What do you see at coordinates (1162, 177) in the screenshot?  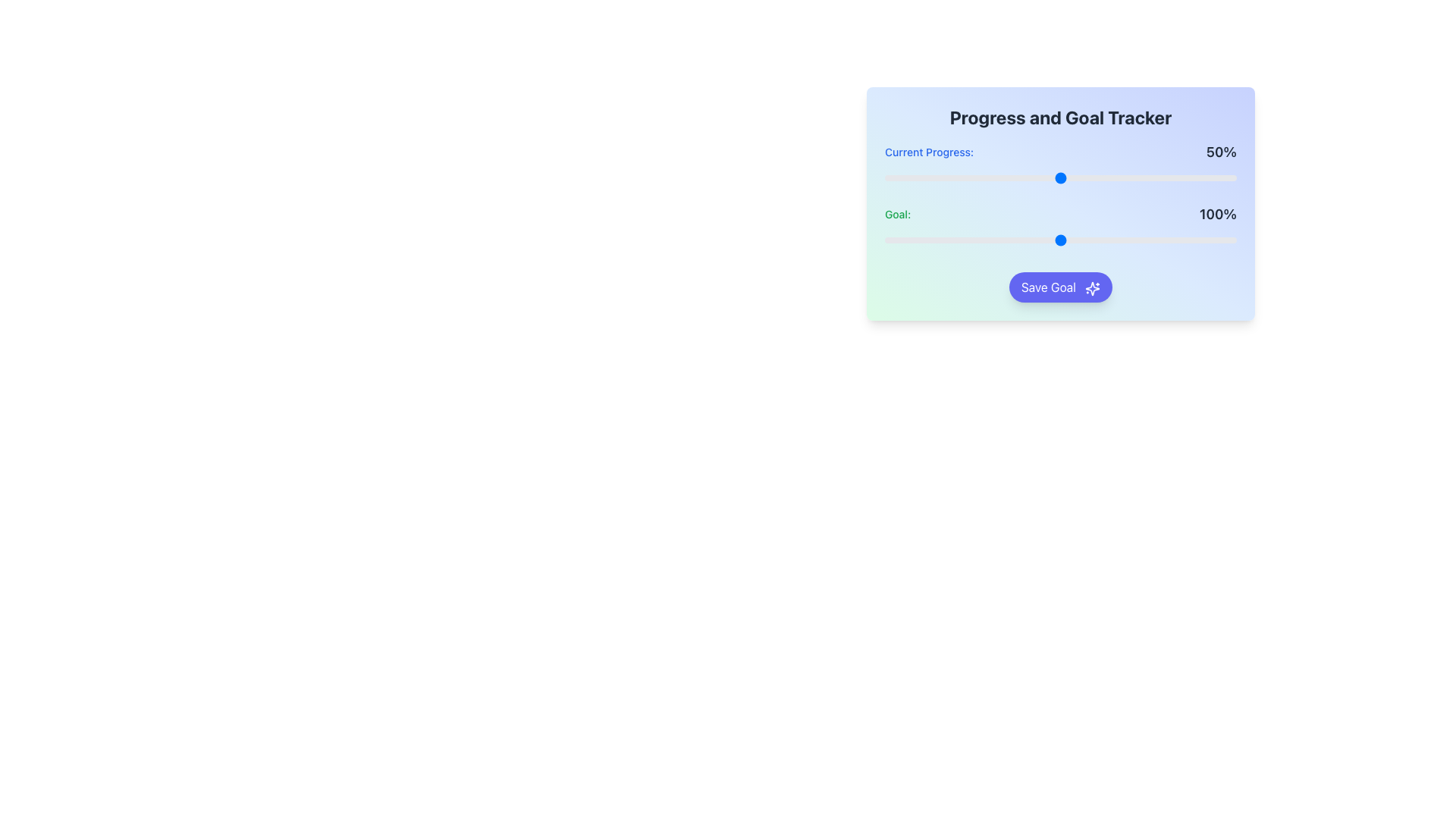 I see `the slider` at bounding box center [1162, 177].